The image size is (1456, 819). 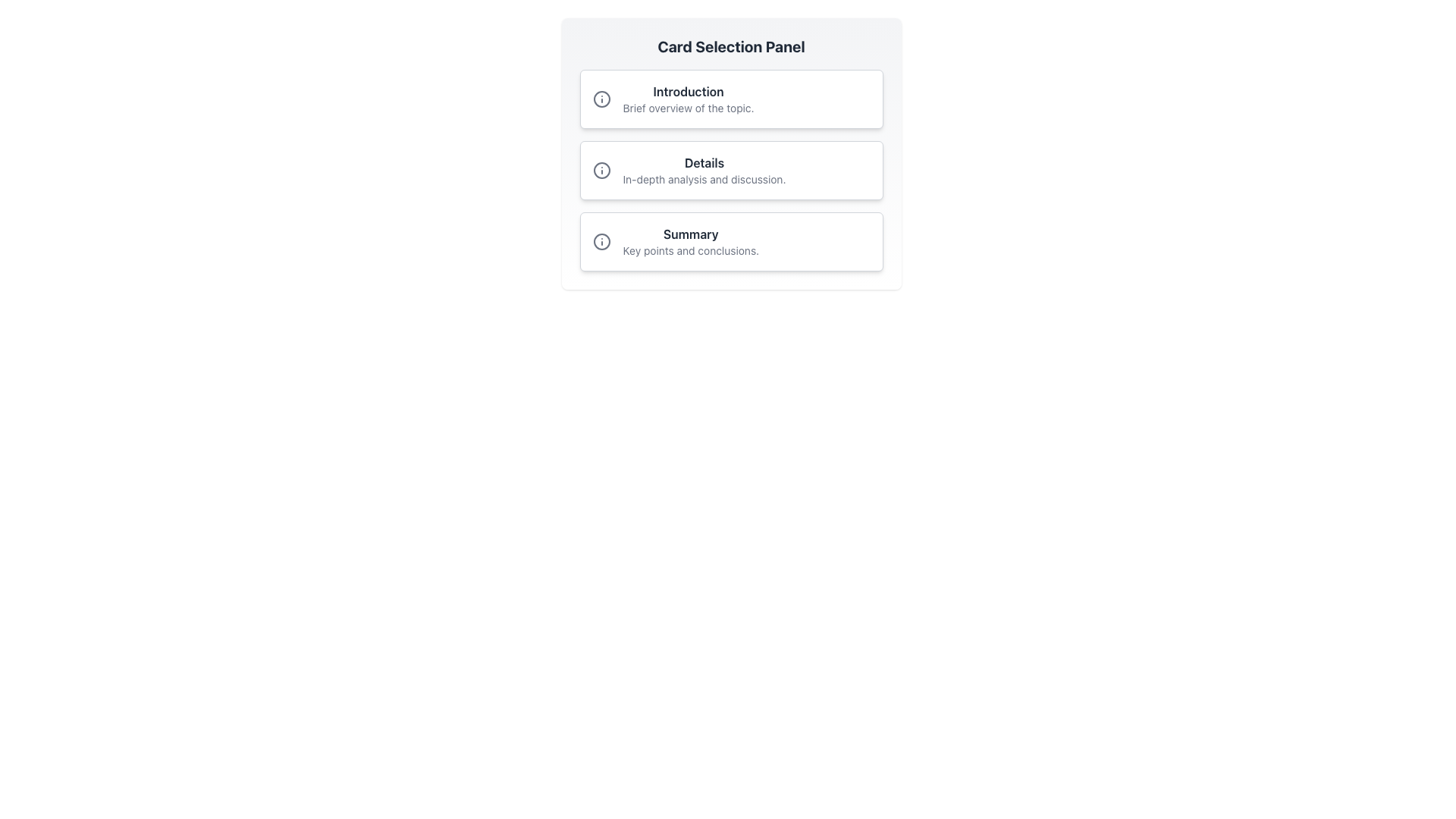 I want to click on the Informational Icon located within the 'Details' card in the Card Selection Panel, which features a circular border and a gray symbol, so click(x=601, y=170).